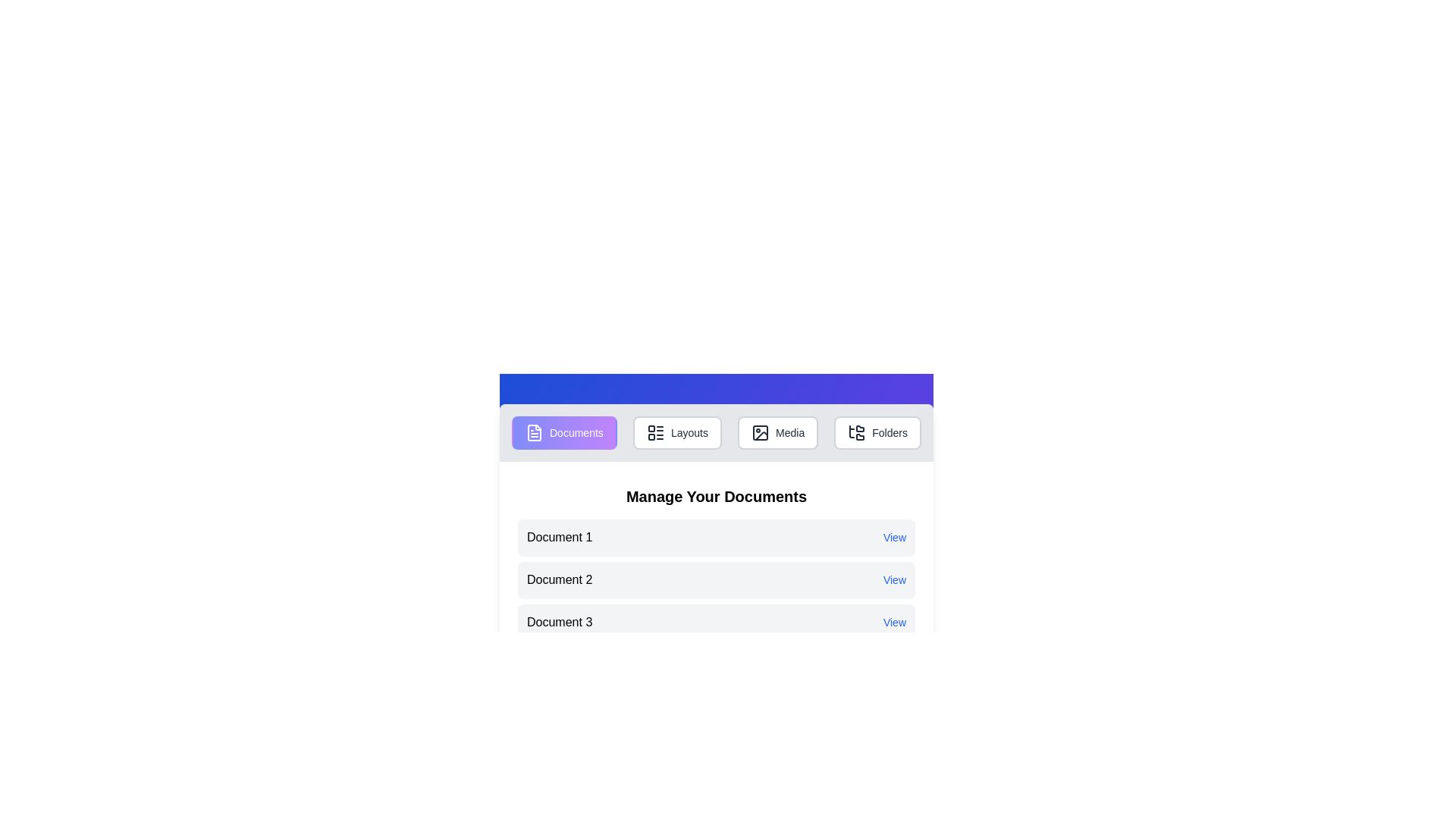 Image resolution: width=1456 pixels, height=819 pixels. Describe the element at coordinates (778, 432) in the screenshot. I see `the 'Media' button, the third button from the left in a horizontal row of navigation buttons` at that location.